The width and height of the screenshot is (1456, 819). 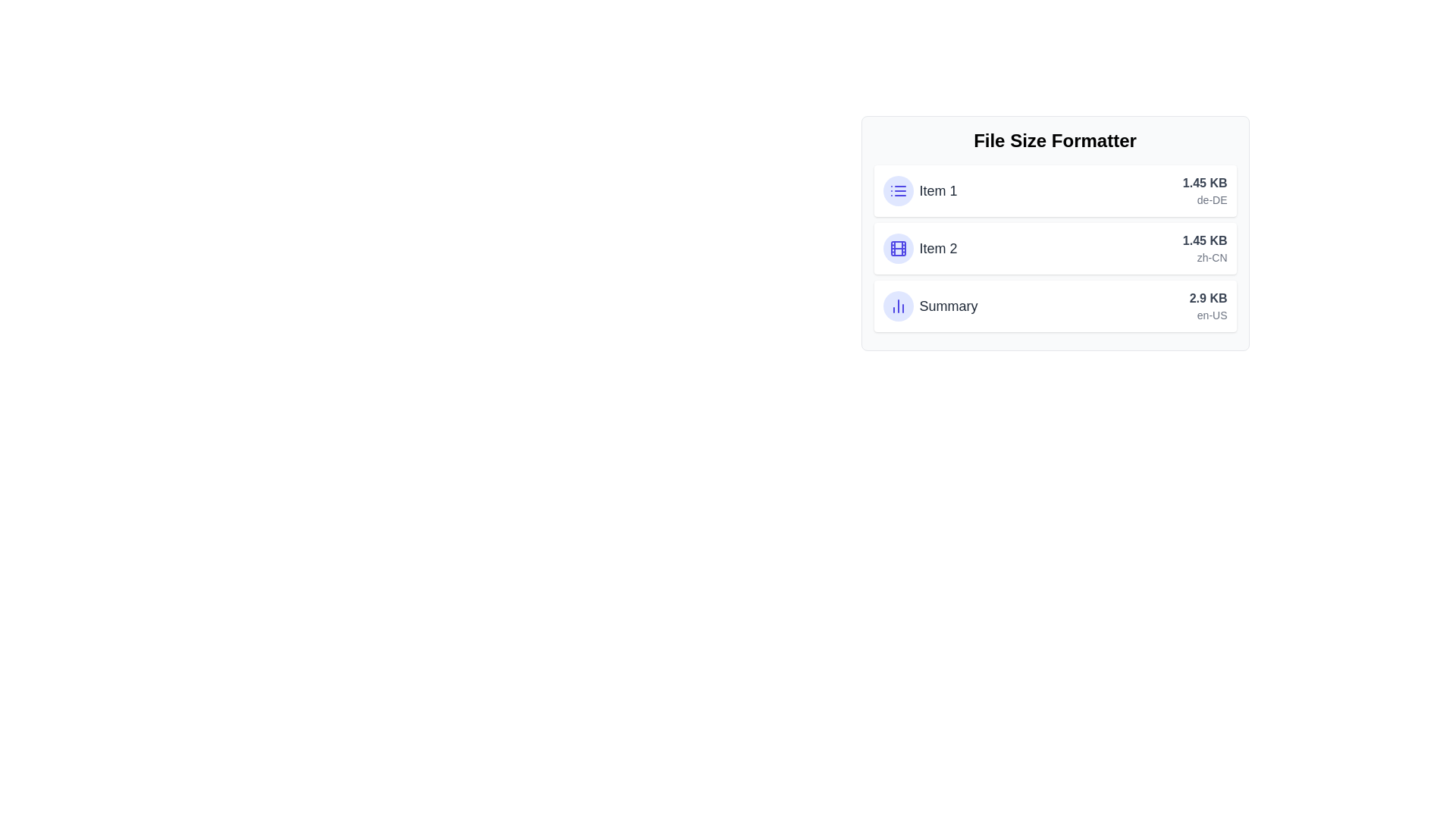 I want to click on the 'Summary' text label located in the right panel of the interface within the 'File Size Formatter' section, which is aligned to the right of a circular icon with a small bar chart illustration, so click(x=948, y=306).